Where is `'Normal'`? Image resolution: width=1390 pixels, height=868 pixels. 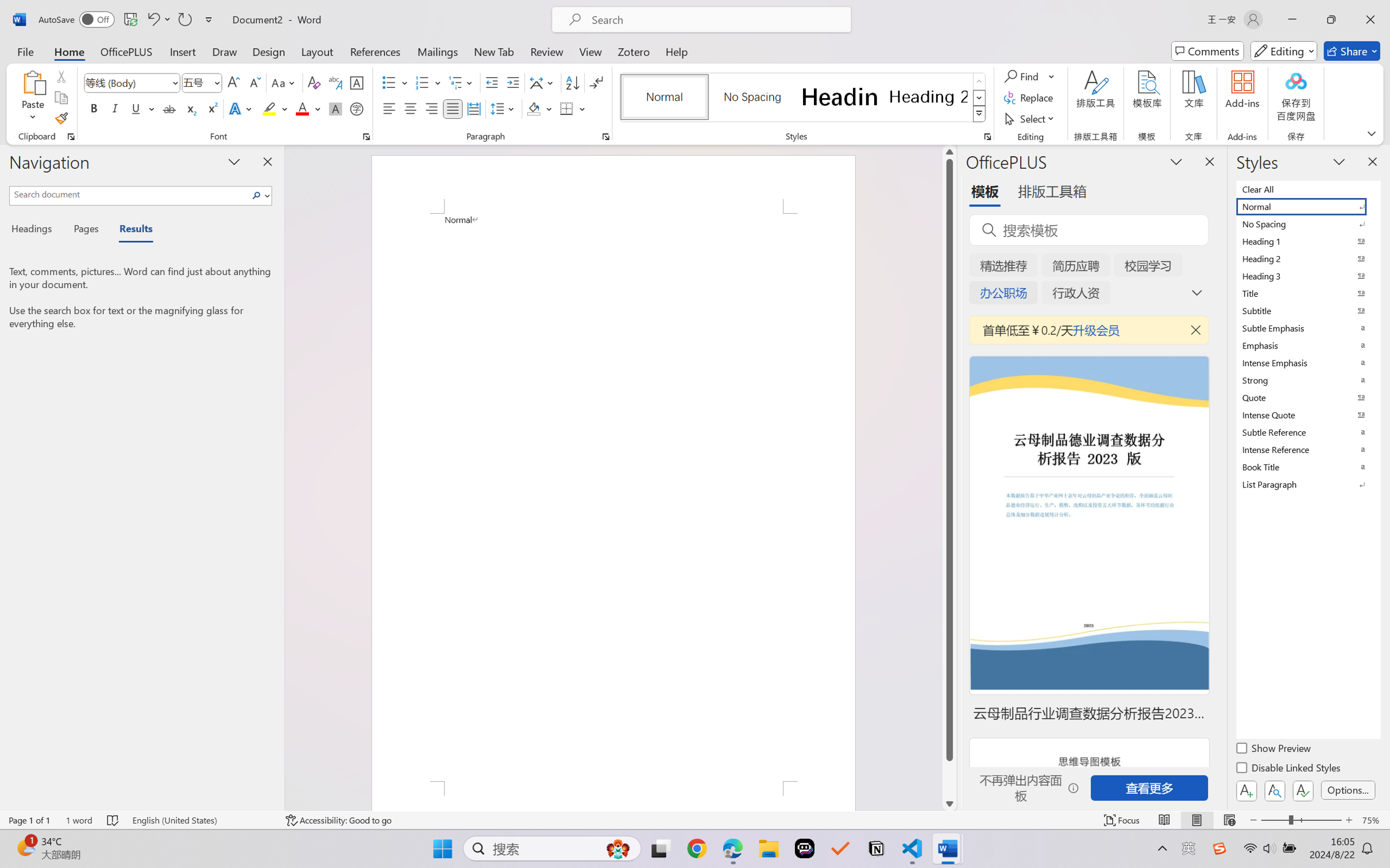 'Normal' is located at coordinates (1307, 206).